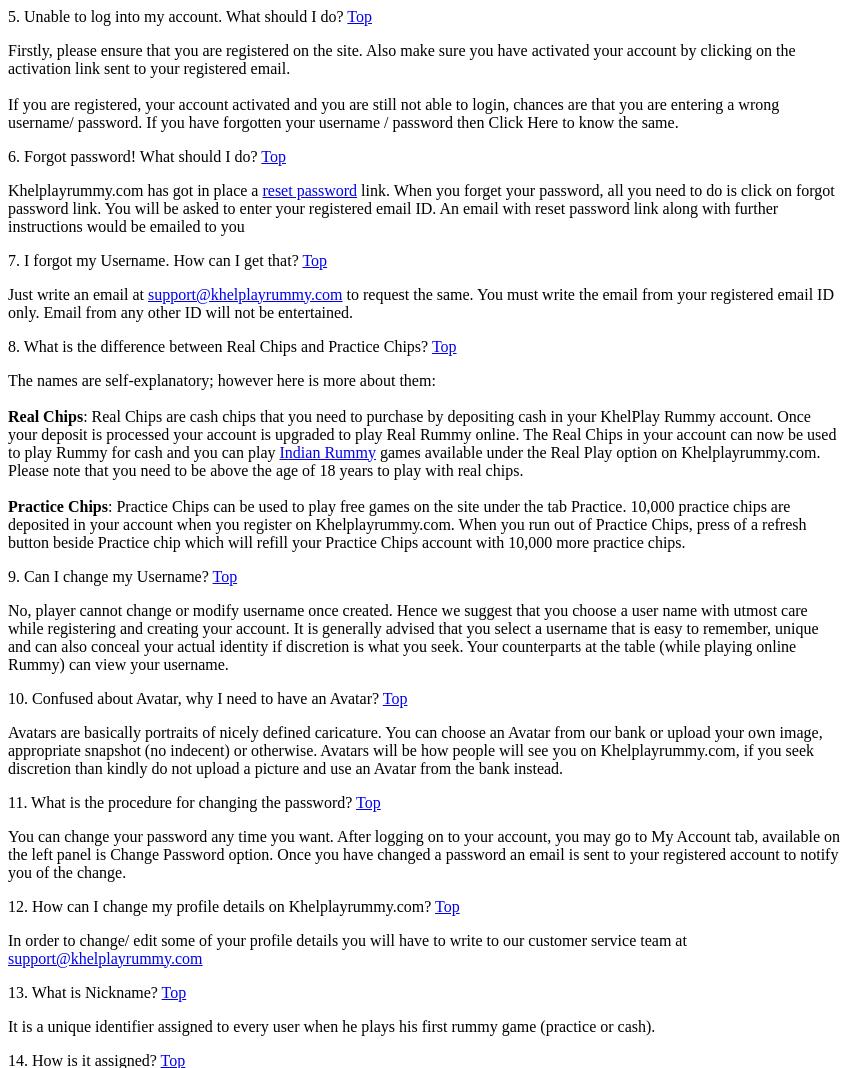  I want to click on '11. What is the procedure for changing the password?', so click(180, 801).